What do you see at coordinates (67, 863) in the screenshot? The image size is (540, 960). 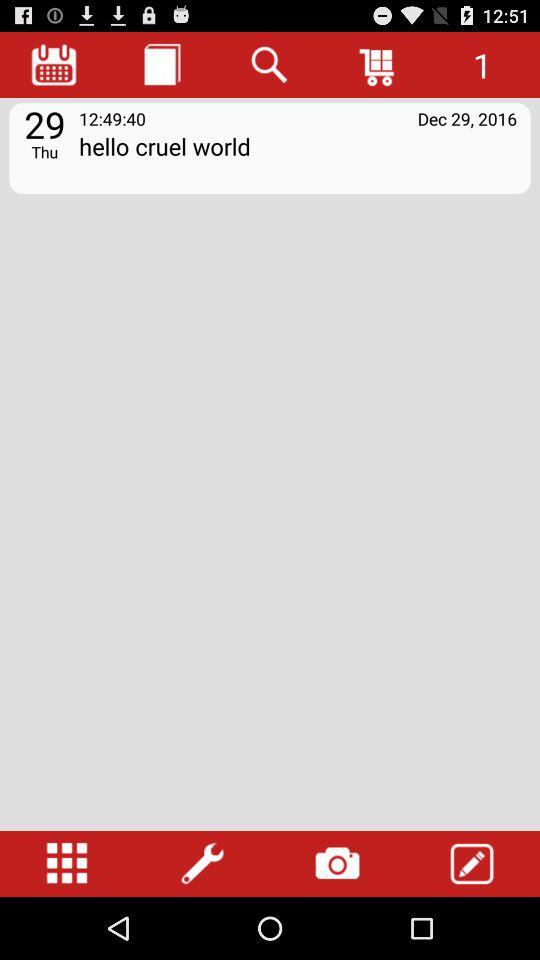 I see `button at the bottom left corner` at bounding box center [67, 863].